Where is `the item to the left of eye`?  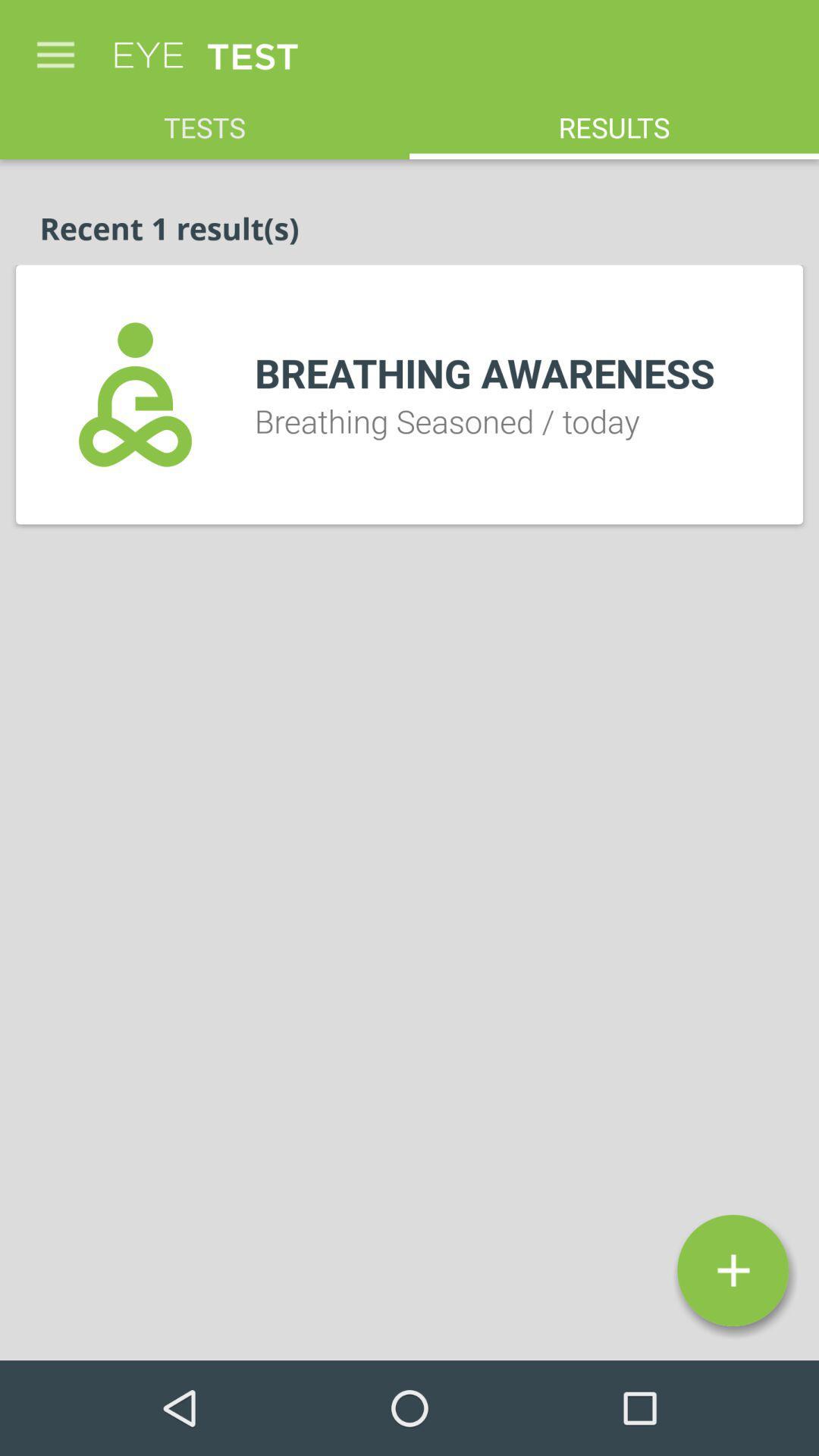
the item to the left of eye is located at coordinates (55, 47).